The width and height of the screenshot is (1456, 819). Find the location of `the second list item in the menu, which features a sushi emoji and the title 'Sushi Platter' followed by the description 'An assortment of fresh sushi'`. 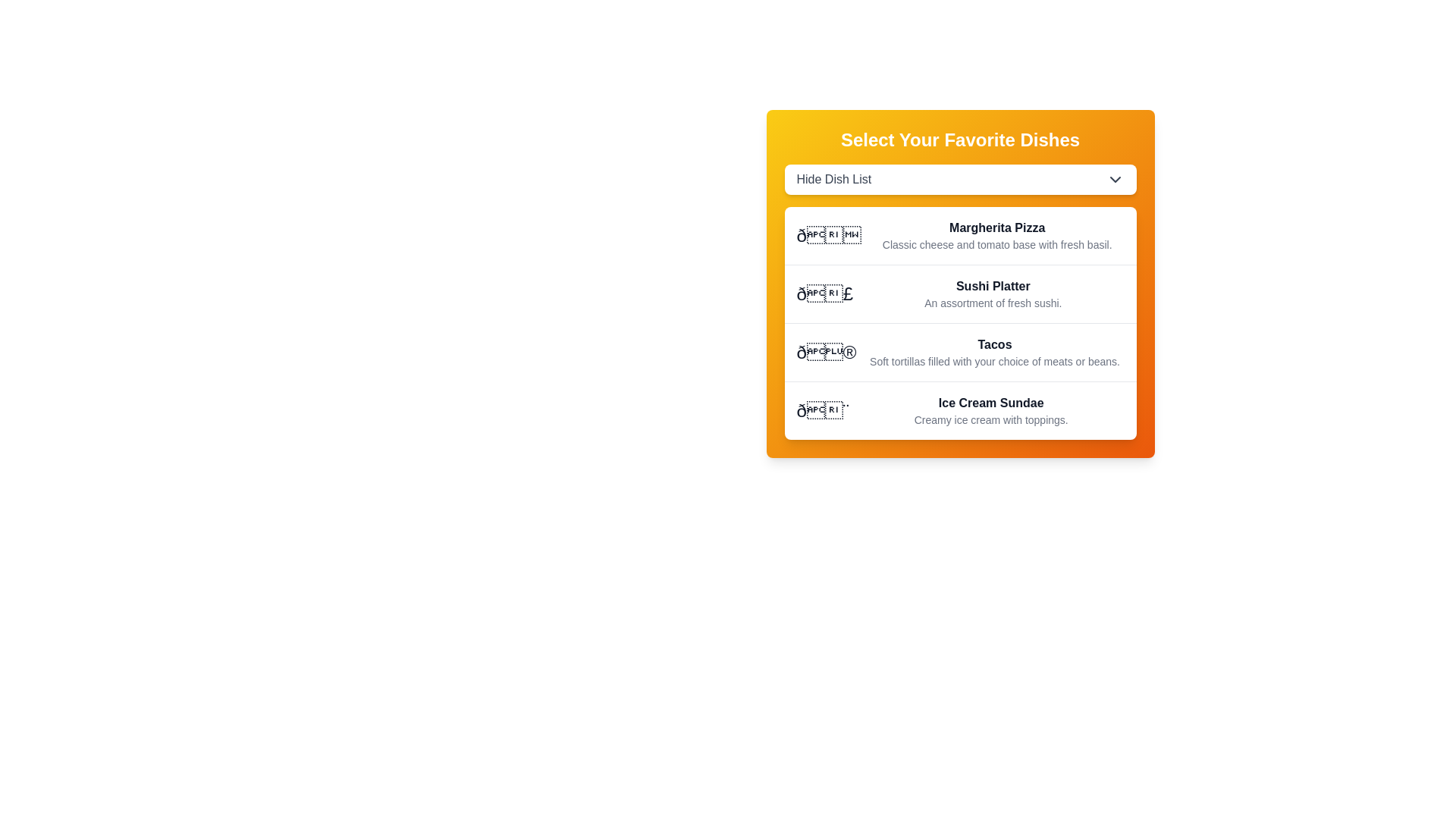

the second list item in the menu, which features a sushi emoji and the title 'Sushi Platter' followed by the description 'An assortment of fresh sushi' is located at coordinates (959, 293).